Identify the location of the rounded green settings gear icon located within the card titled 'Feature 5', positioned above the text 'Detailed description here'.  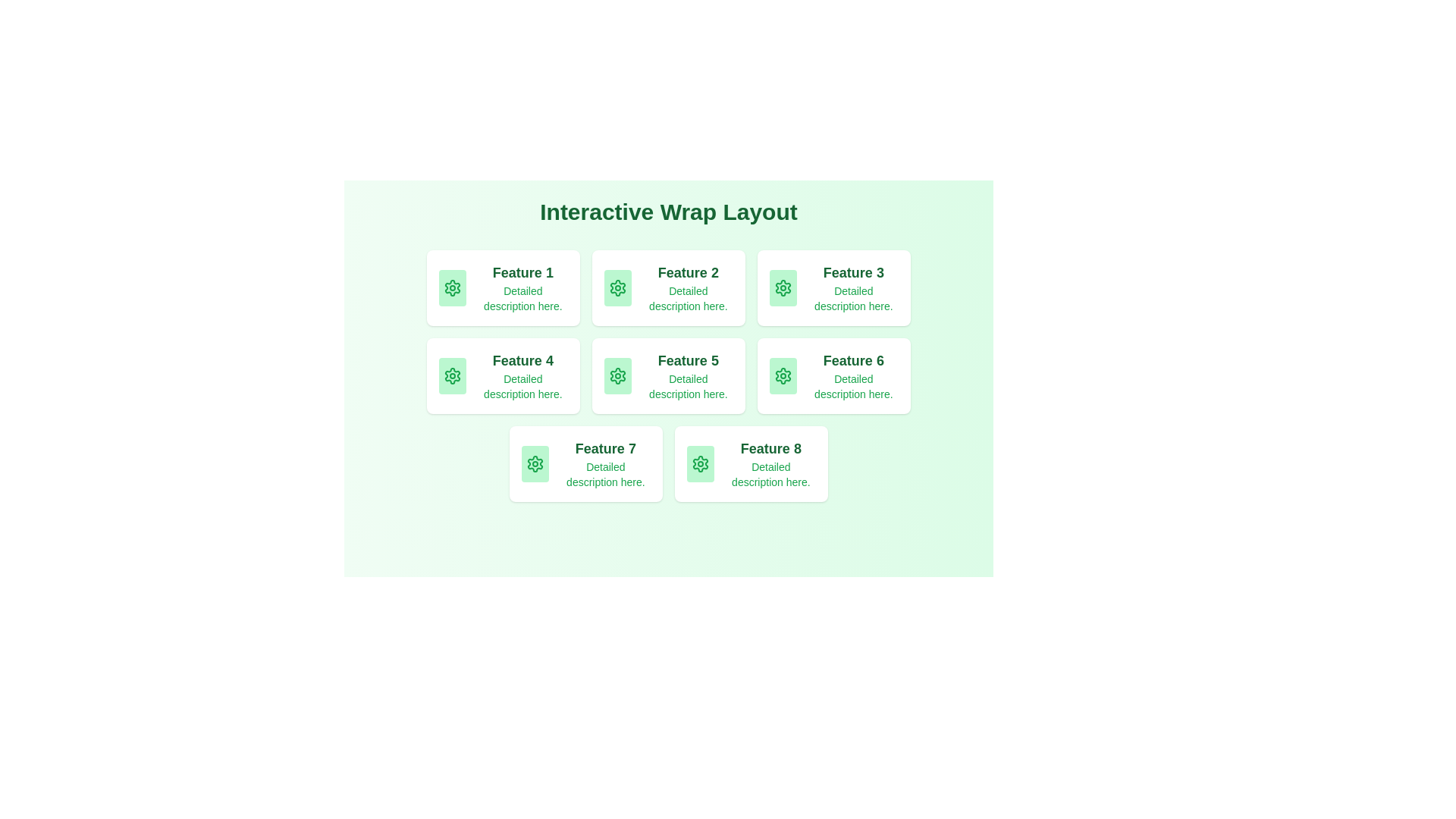
(617, 375).